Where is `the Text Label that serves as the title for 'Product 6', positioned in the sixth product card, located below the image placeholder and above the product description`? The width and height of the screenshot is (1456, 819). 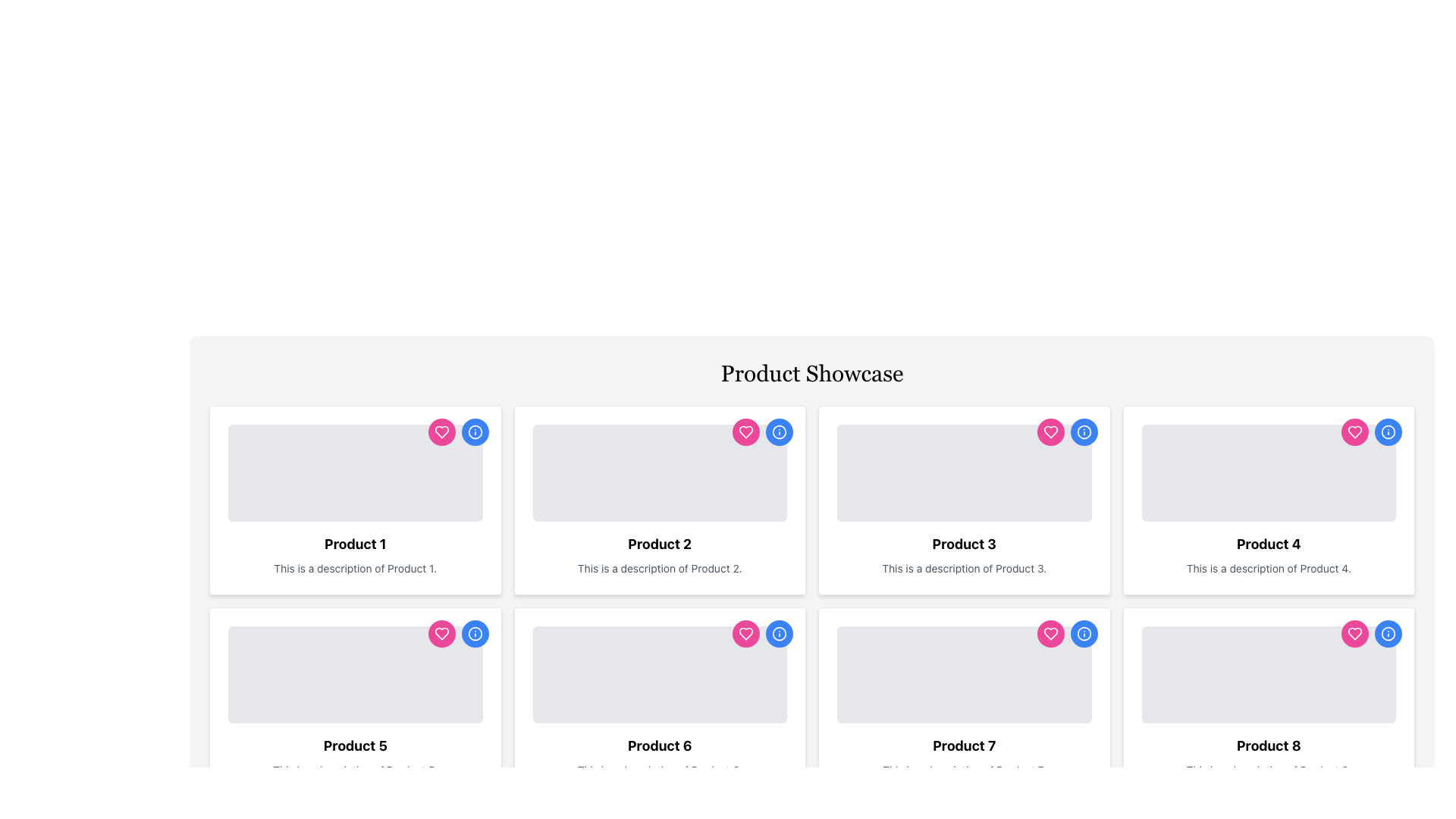 the Text Label that serves as the title for 'Product 6', positioned in the sixth product card, located below the image placeholder and above the product description is located at coordinates (660, 745).